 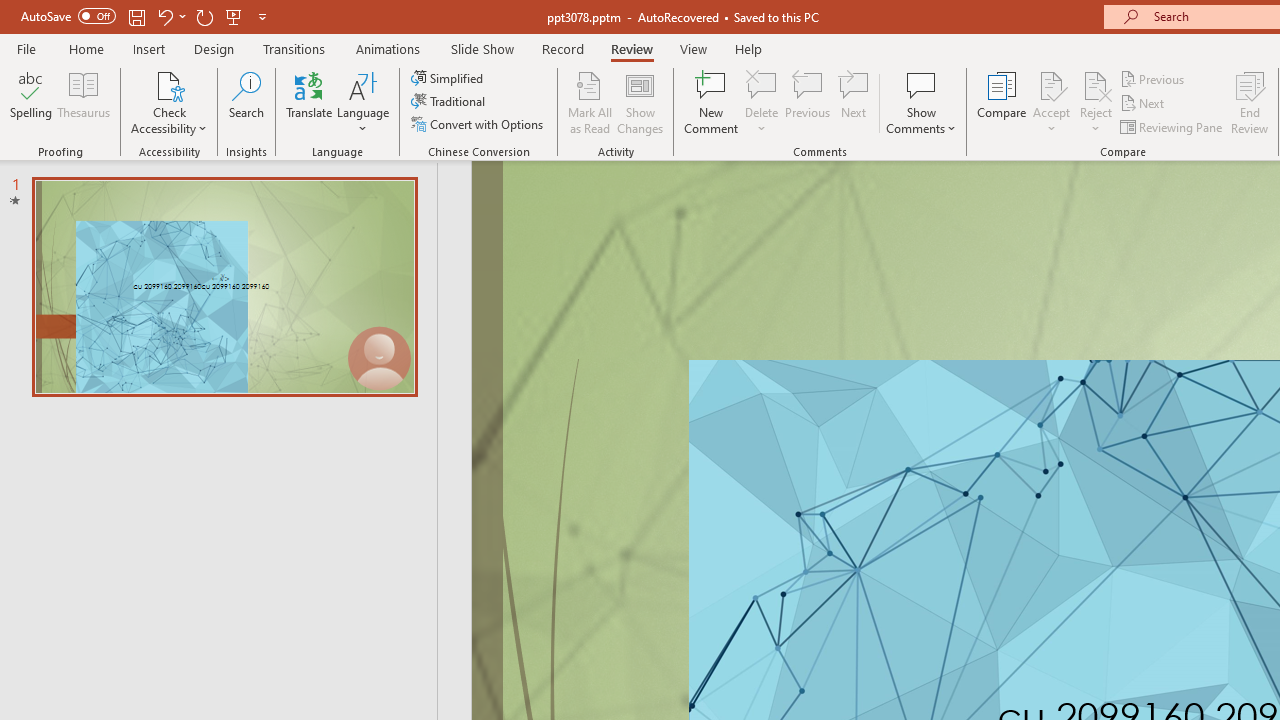 What do you see at coordinates (589, 103) in the screenshot?
I see `'Mark All as Read'` at bounding box center [589, 103].